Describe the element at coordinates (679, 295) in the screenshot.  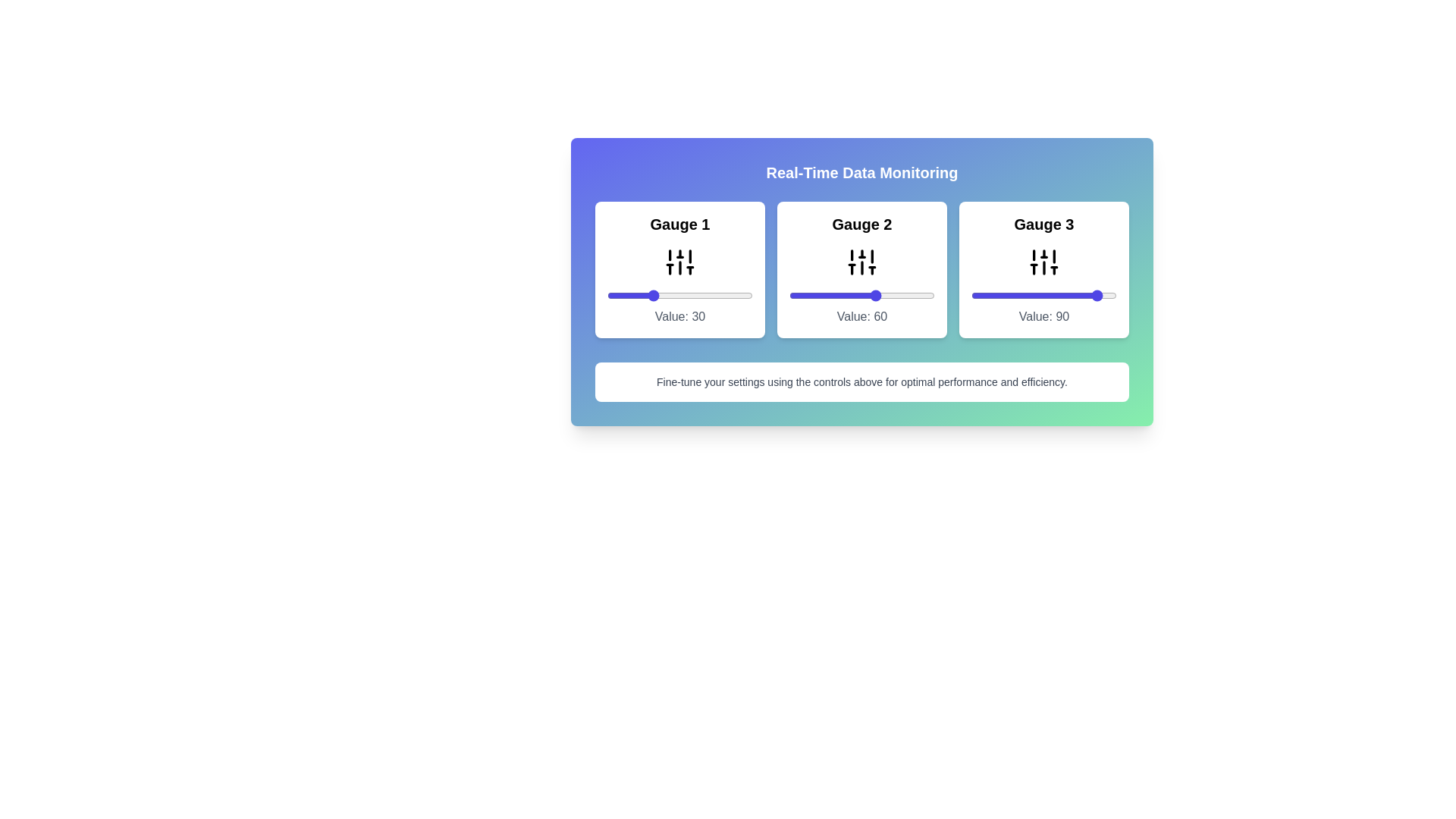
I see `the horizontal slider with an indigo thumb located near the bottom center of the 'Gauge 1' box` at that location.